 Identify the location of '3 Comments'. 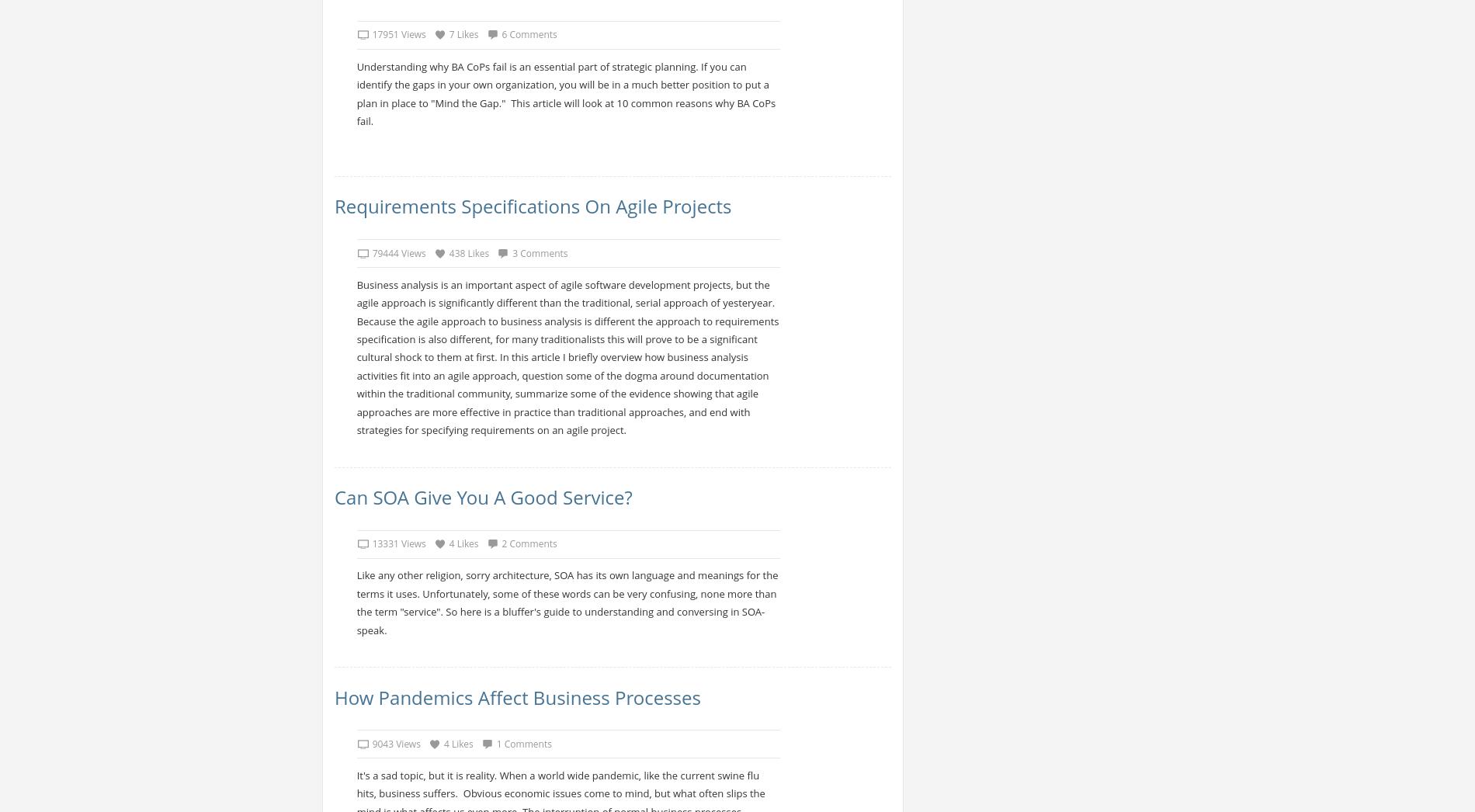
(540, 252).